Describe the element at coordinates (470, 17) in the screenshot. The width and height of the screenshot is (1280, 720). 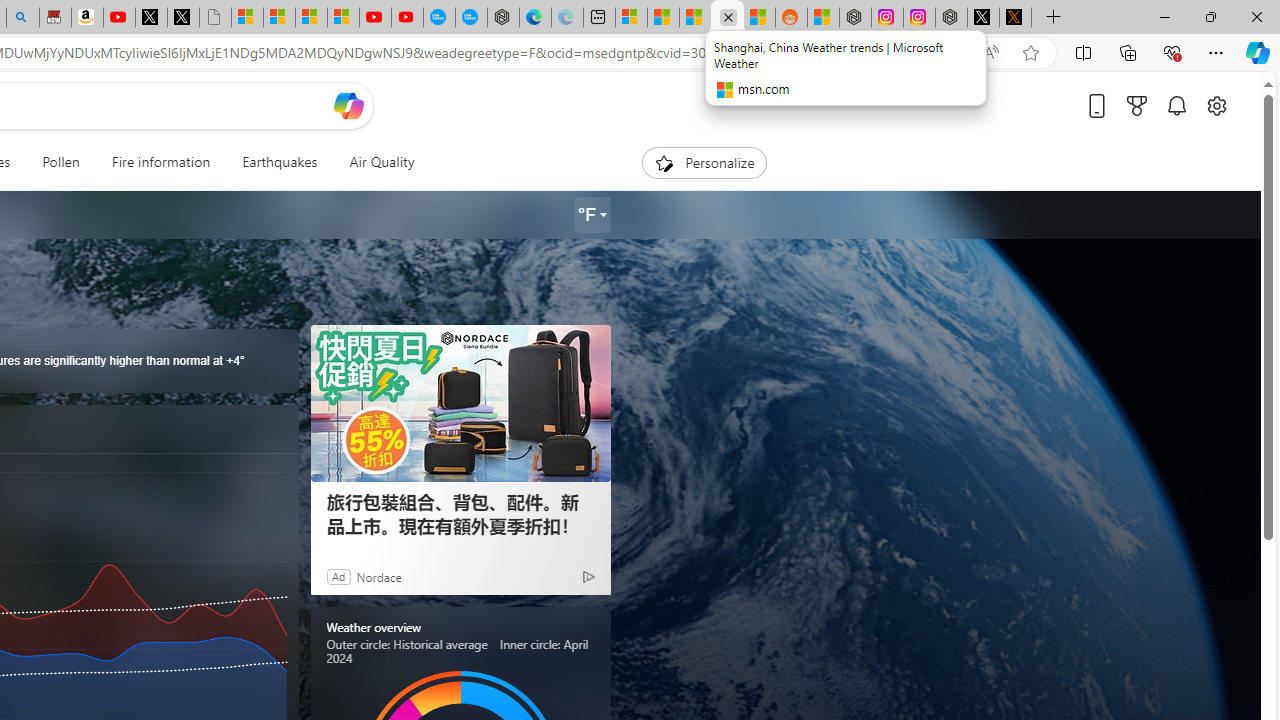
I see `'The most popular Google '` at that location.